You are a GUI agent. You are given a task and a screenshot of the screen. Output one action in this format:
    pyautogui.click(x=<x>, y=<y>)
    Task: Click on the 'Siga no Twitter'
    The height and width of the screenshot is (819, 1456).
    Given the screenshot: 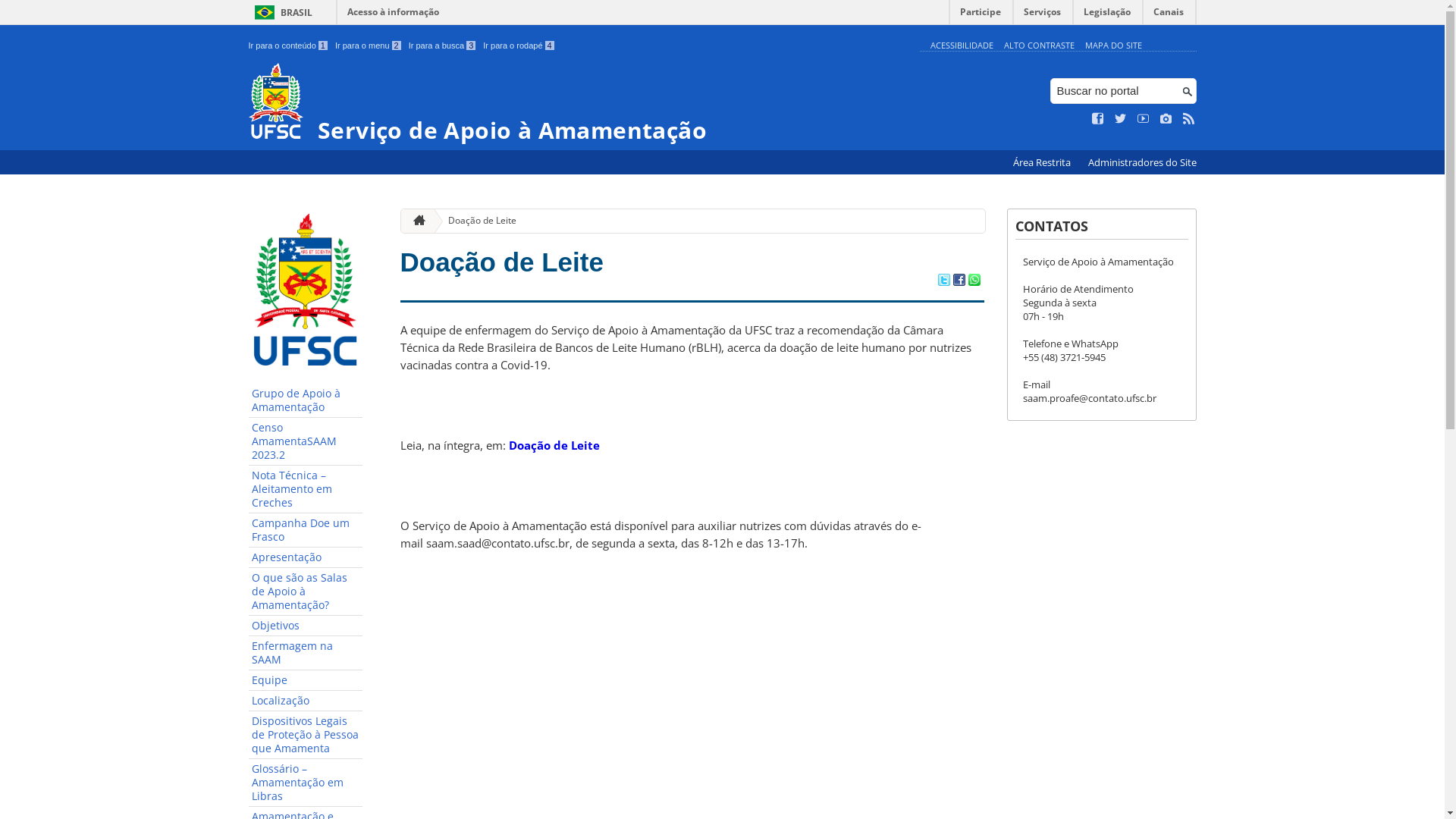 What is the action you would take?
    pyautogui.click(x=1114, y=118)
    